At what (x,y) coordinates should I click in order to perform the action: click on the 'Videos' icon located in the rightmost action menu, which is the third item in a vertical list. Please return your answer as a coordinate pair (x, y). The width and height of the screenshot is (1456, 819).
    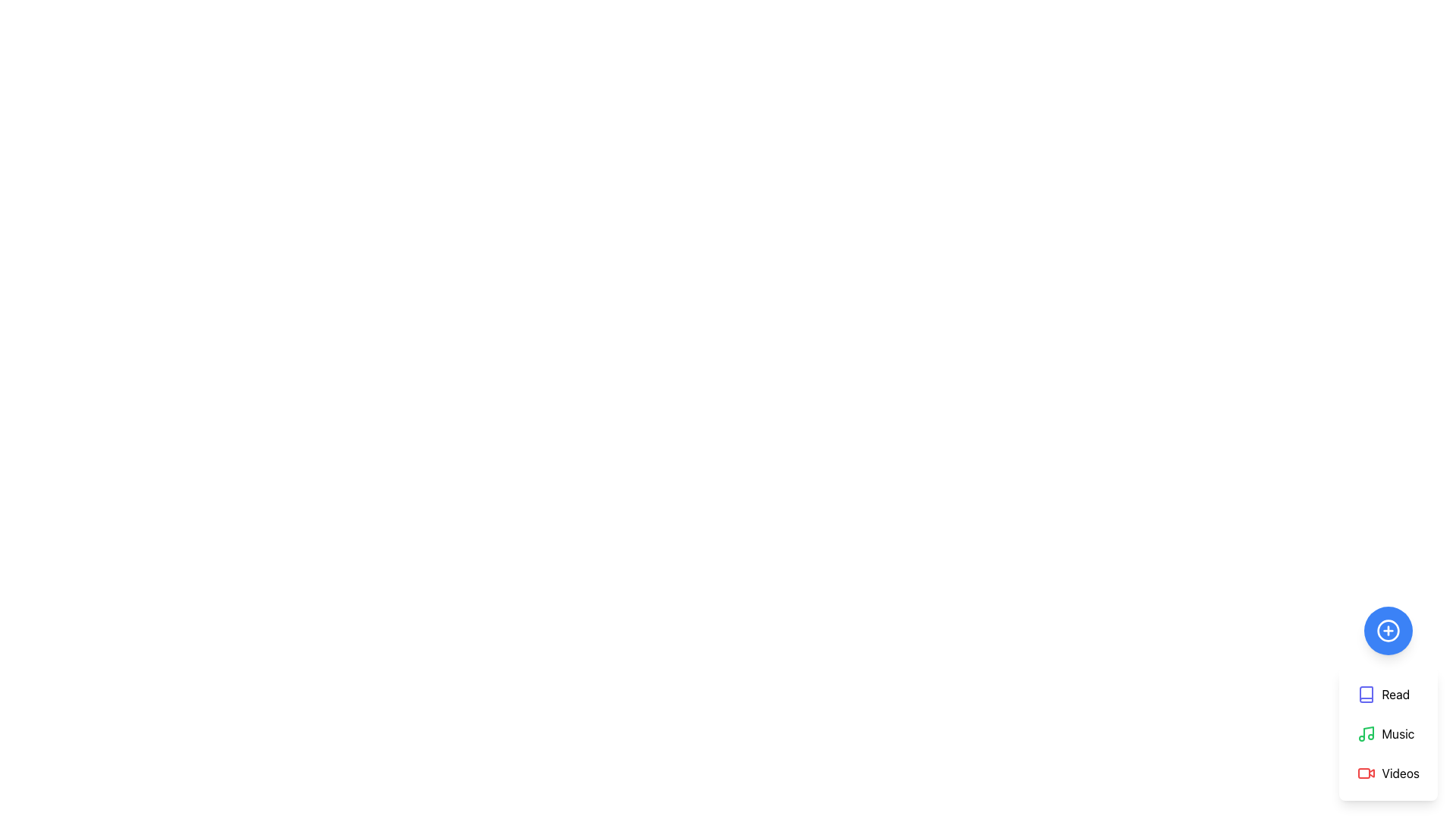
    Looking at the image, I should click on (1367, 773).